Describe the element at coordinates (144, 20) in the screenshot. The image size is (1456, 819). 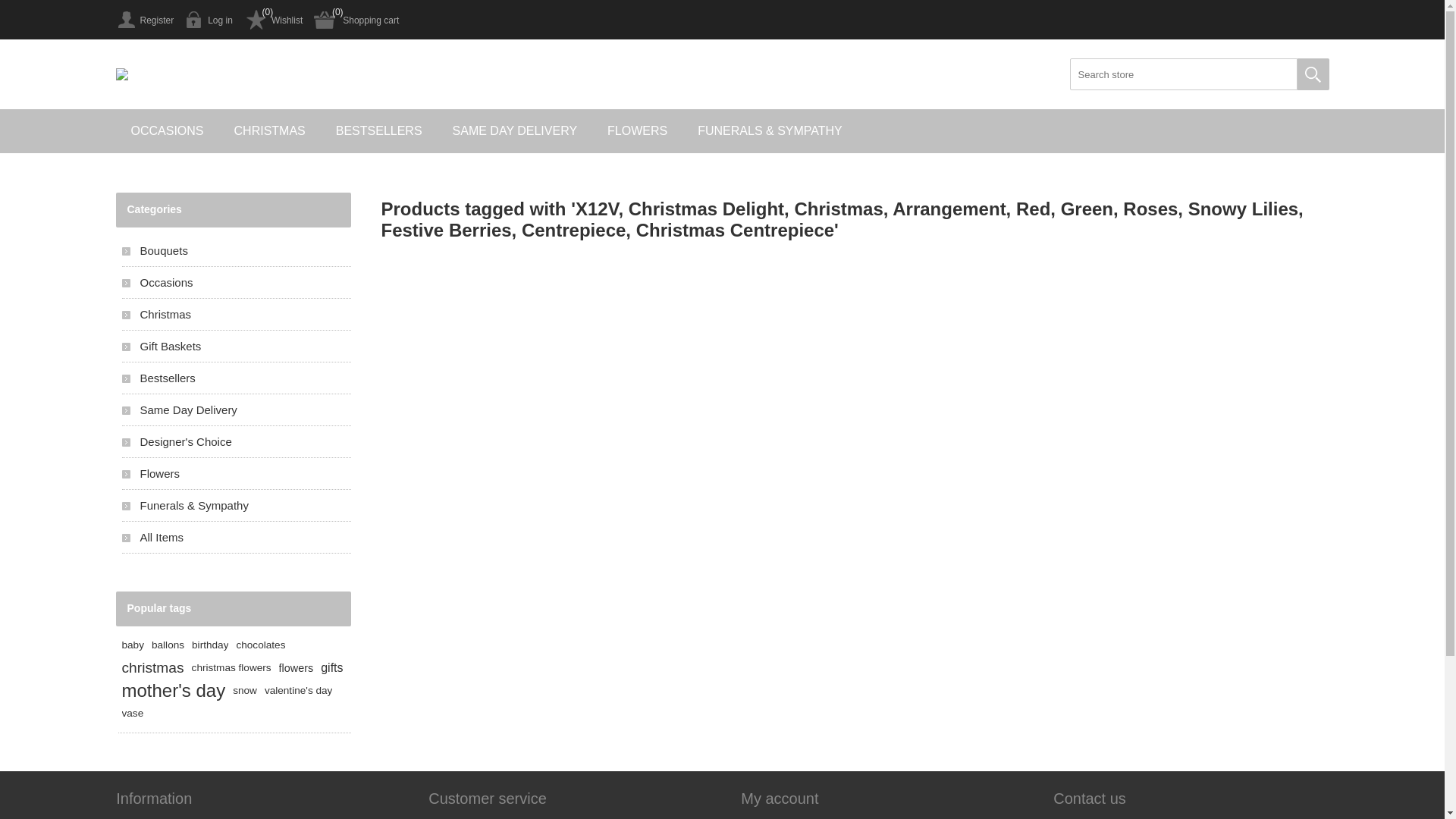
I see `'Register'` at that location.